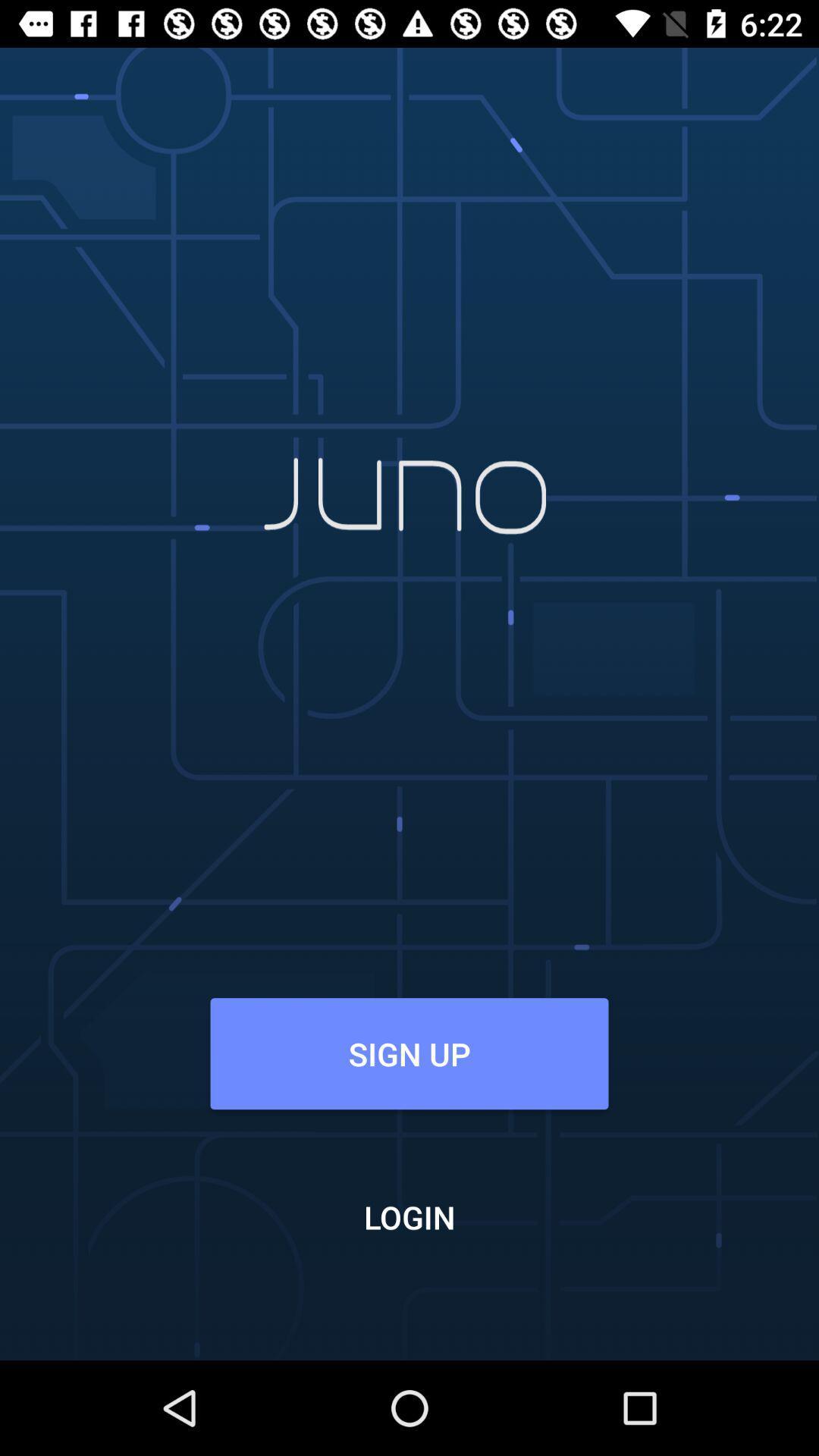 The image size is (819, 1456). Describe the element at coordinates (409, 1216) in the screenshot. I see `the icon below sign up icon` at that location.